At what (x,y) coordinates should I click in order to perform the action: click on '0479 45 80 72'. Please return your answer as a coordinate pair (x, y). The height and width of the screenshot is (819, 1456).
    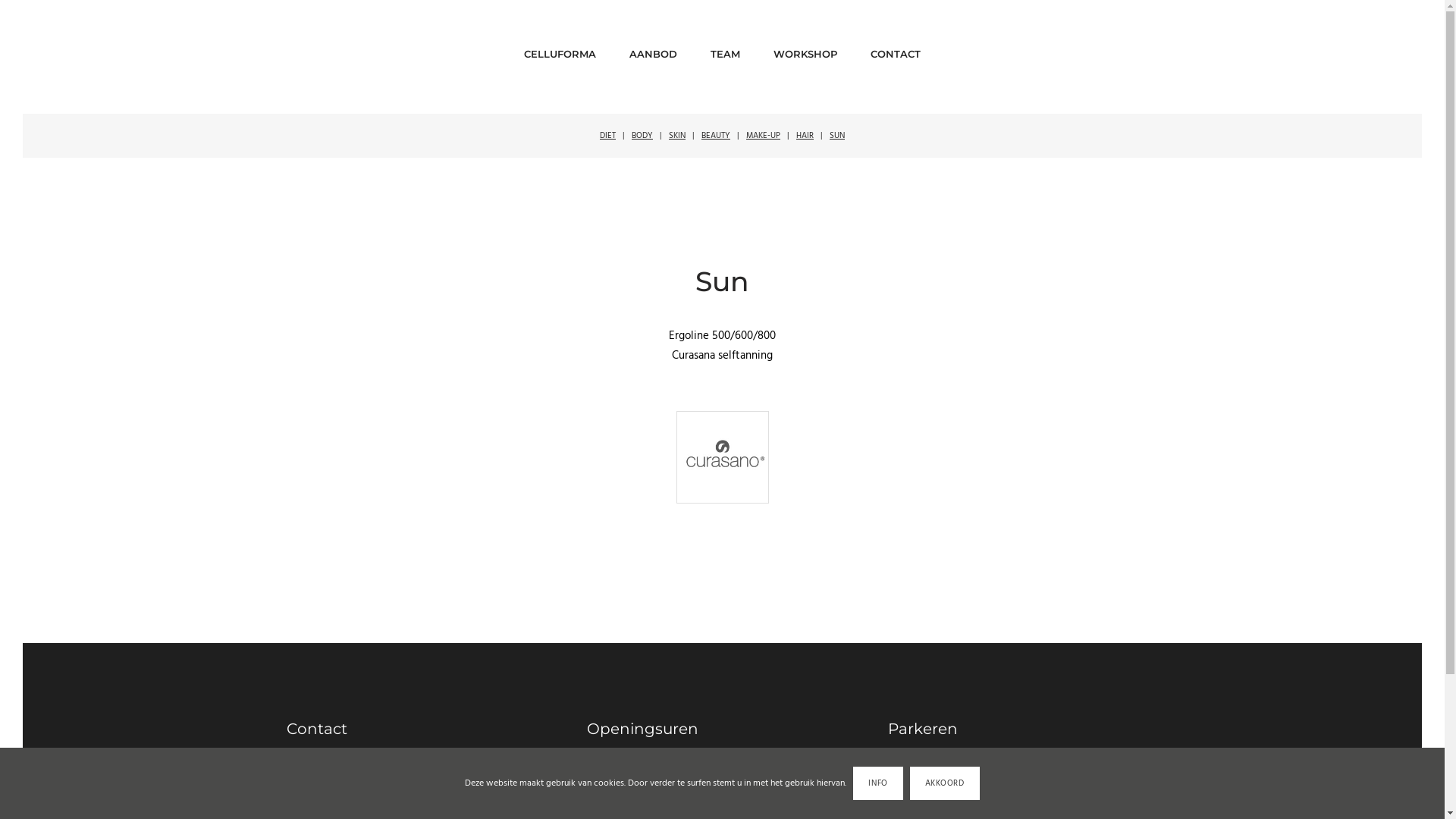
    Looking at the image, I should click on (330, 790).